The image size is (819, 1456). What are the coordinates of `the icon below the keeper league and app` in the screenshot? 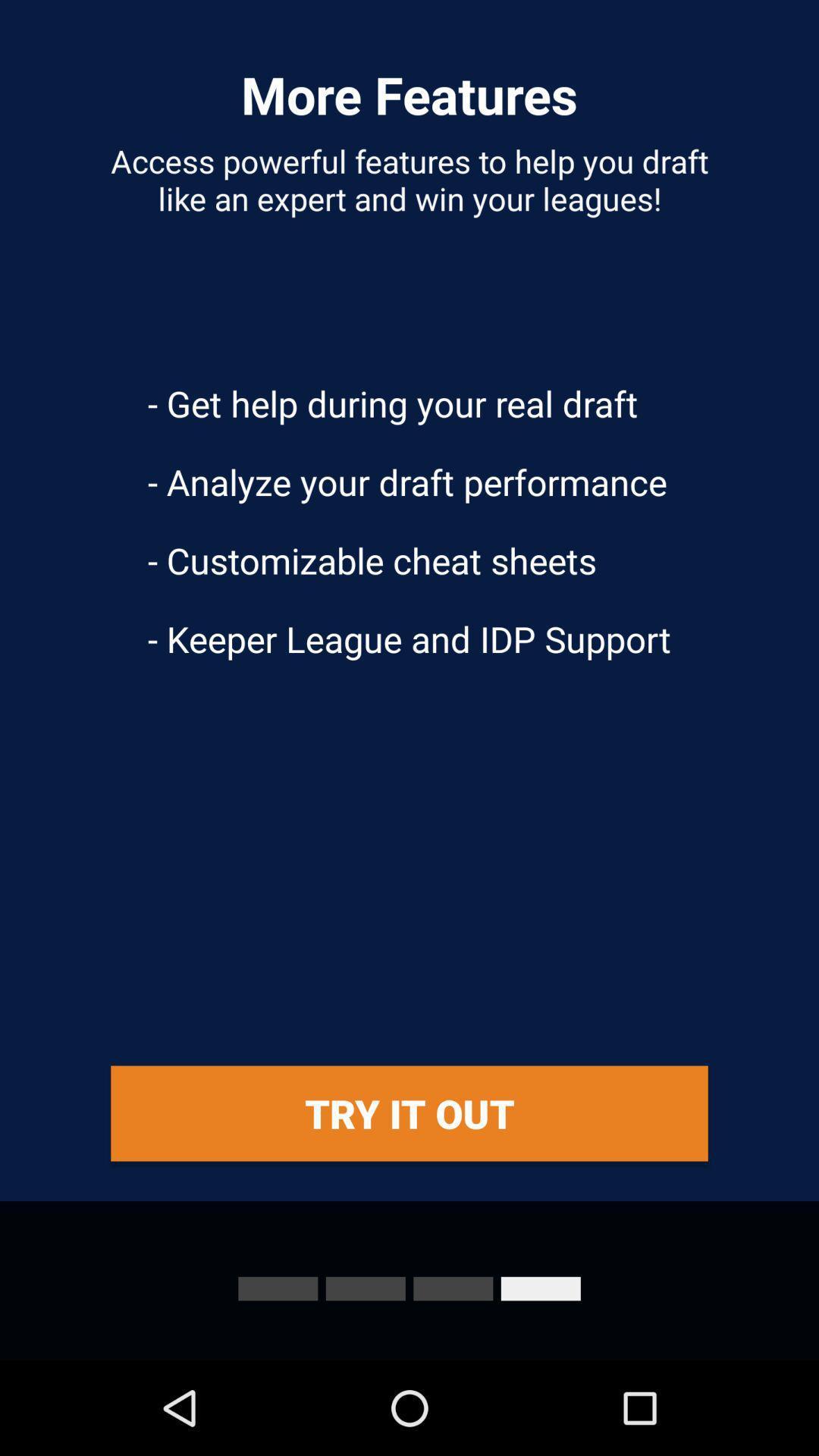 It's located at (409, 1113).